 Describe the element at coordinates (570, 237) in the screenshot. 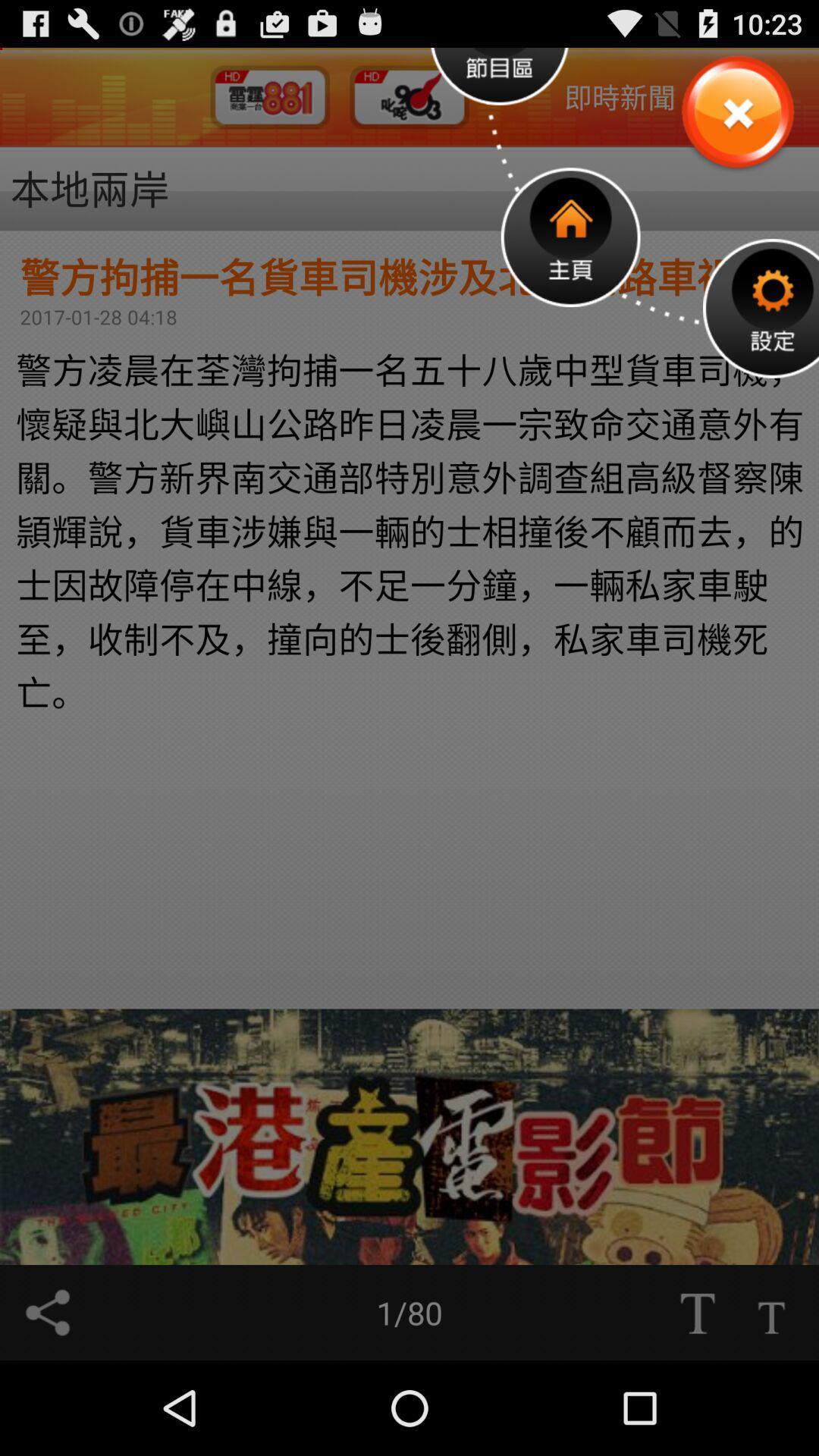

I see `home` at that location.